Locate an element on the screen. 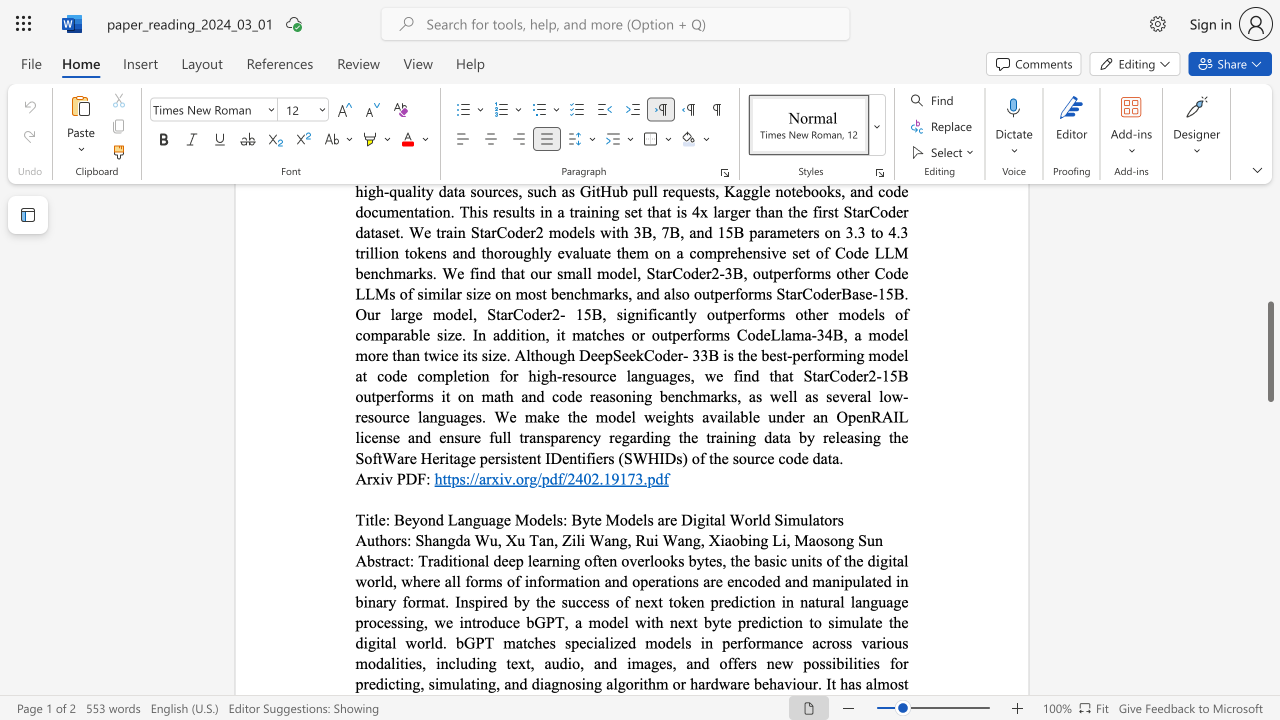 The height and width of the screenshot is (720, 1280). the scrollbar and move down 270 pixels is located at coordinates (1269, 351).